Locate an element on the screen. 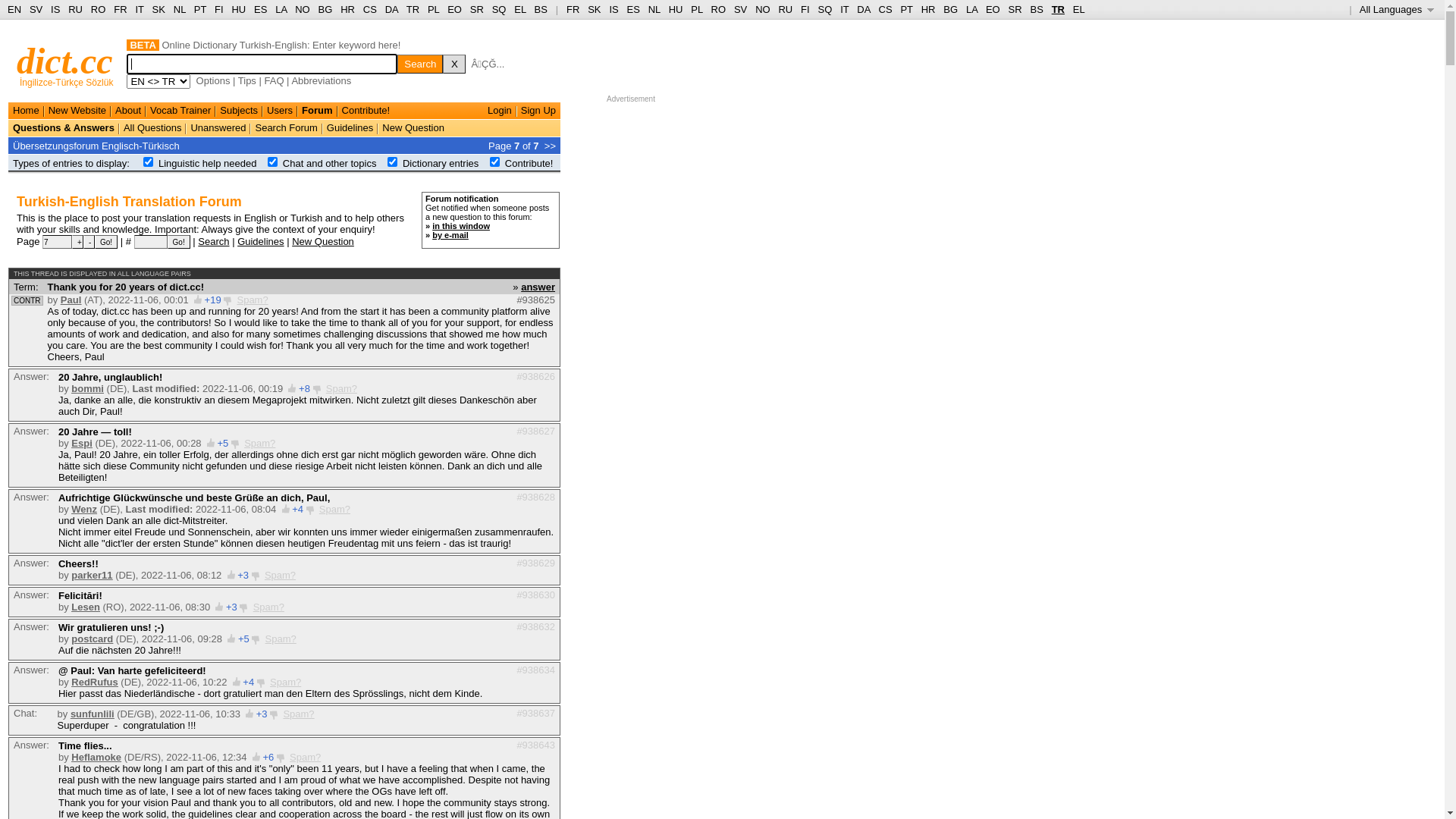  'DA' is located at coordinates (391, 9).